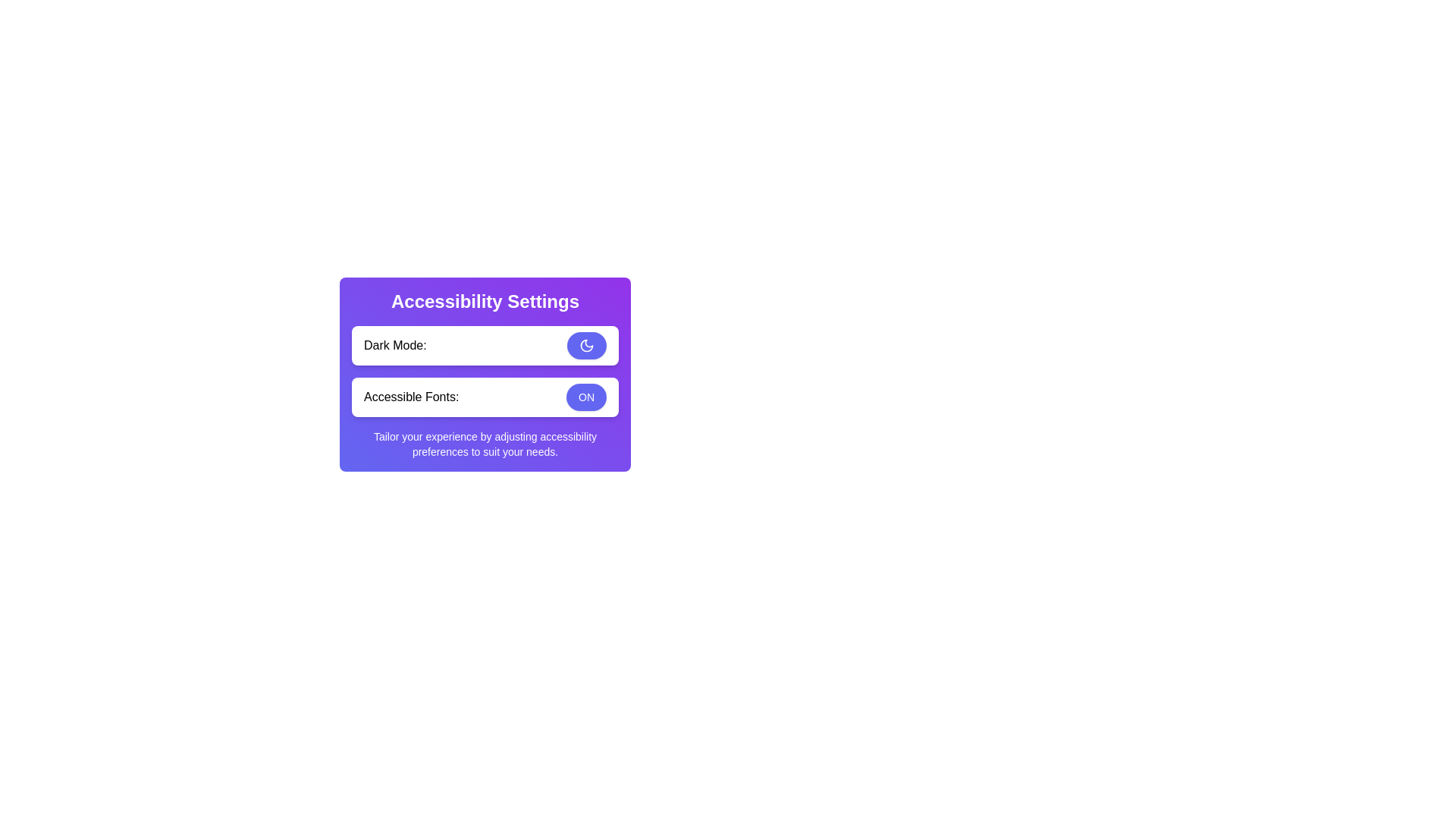 Image resolution: width=1456 pixels, height=819 pixels. What do you see at coordinates (484, 374) in the screenshot?
I see `the 'Accessibility Settings' card that contains the title in bold white text, descriptive texts for 'Dark Mode:' and 'Accessible Fonts:', and interactive buttons for user interaction` at bounding box center [484, 374].